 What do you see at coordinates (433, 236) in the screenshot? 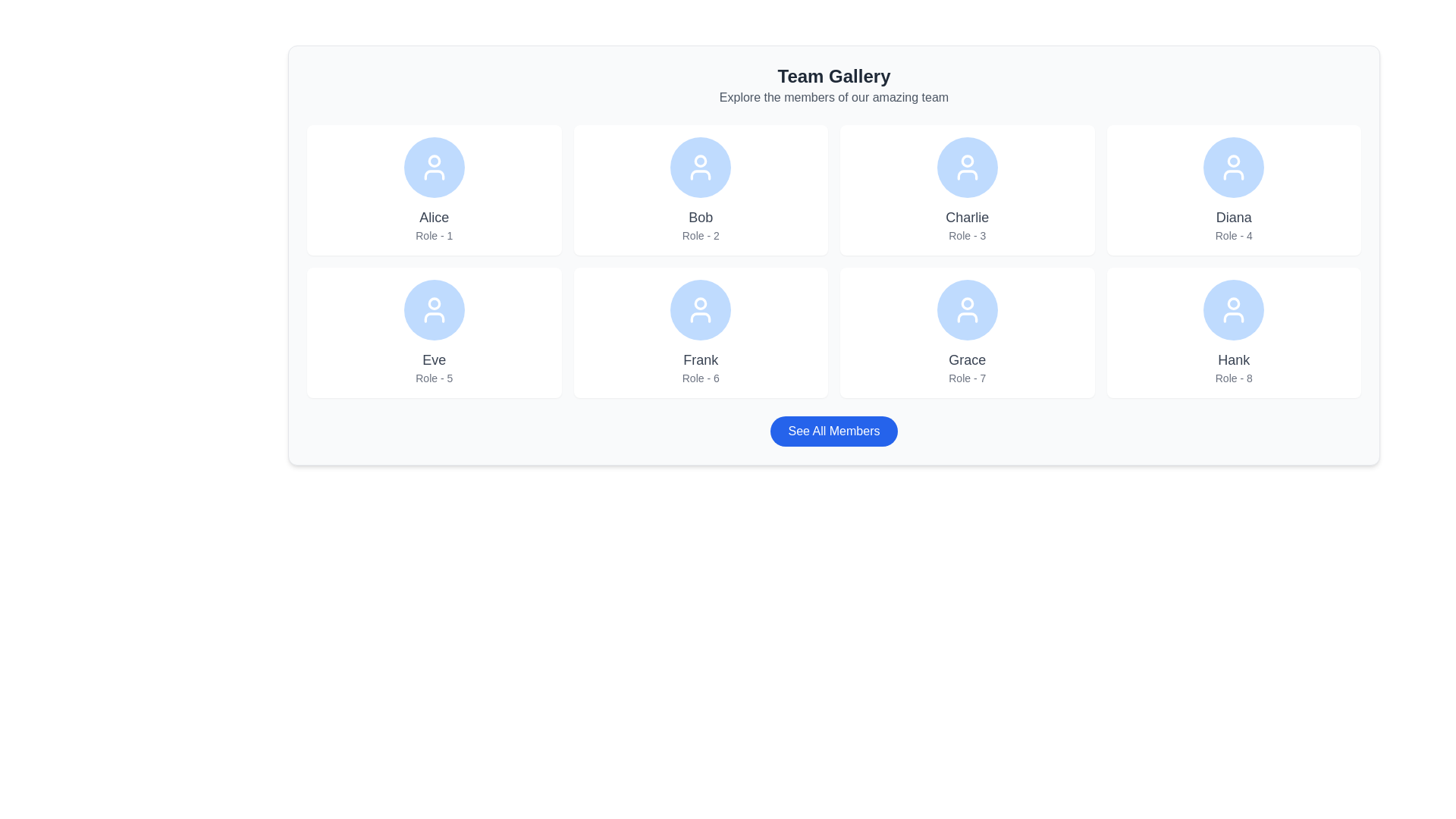
I see `the static text label displaying 'Role - 1' located at the bottom section of the card representing 'Alice'` at bounding box center [433, 236].